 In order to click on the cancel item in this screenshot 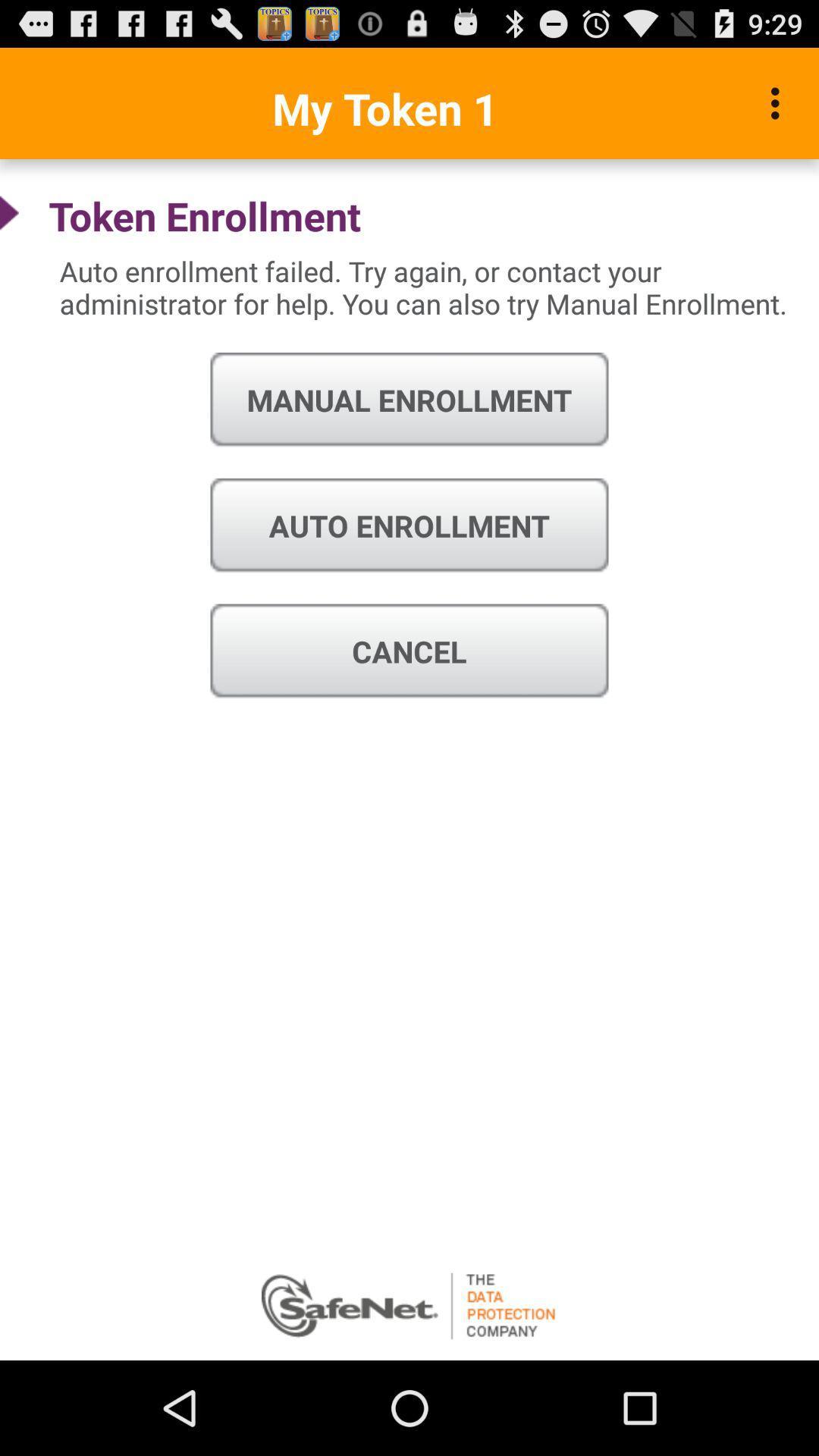, I will do `click(409, 651)`.